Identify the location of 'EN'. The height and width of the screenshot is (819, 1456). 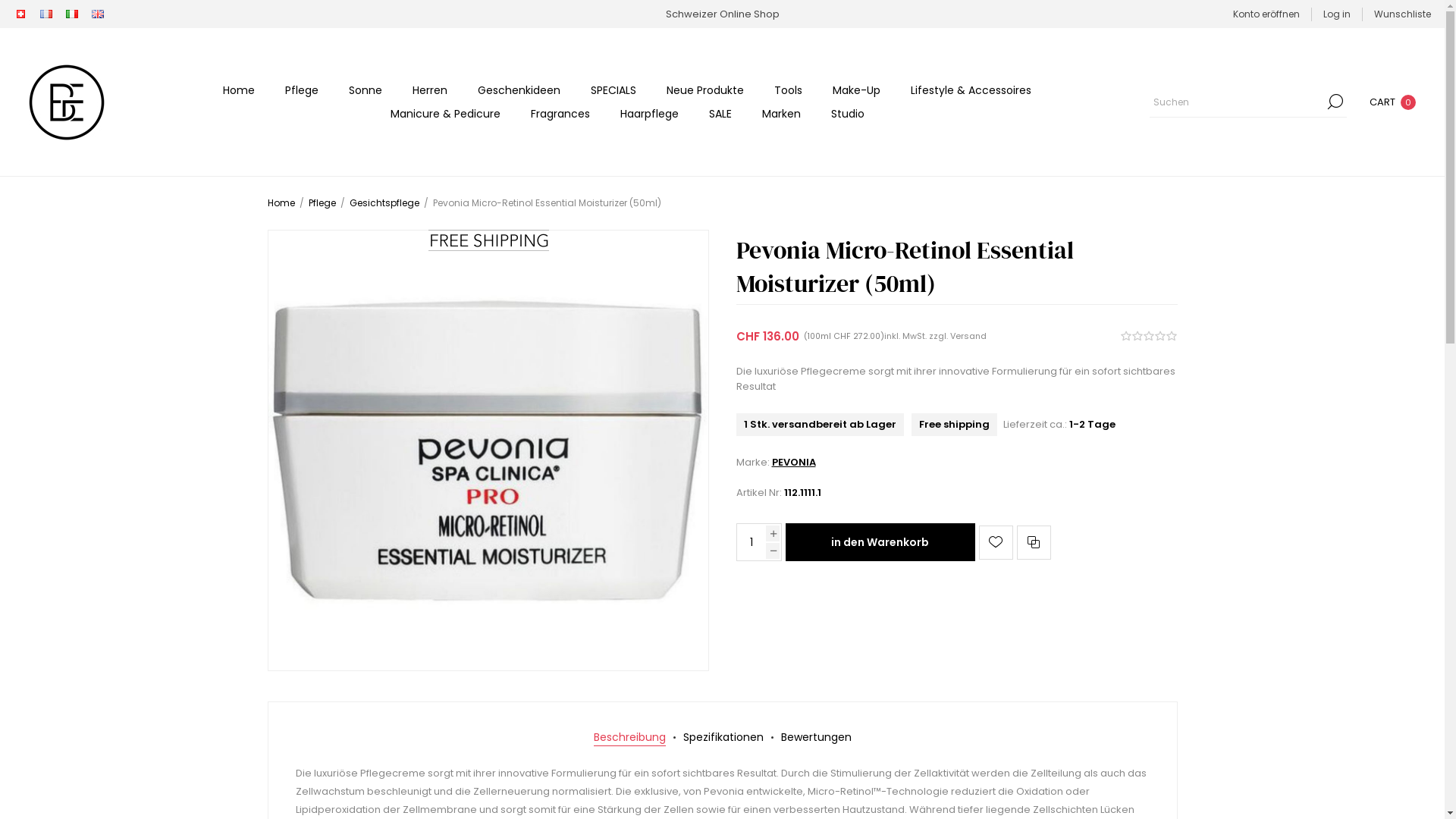
(90, 14).